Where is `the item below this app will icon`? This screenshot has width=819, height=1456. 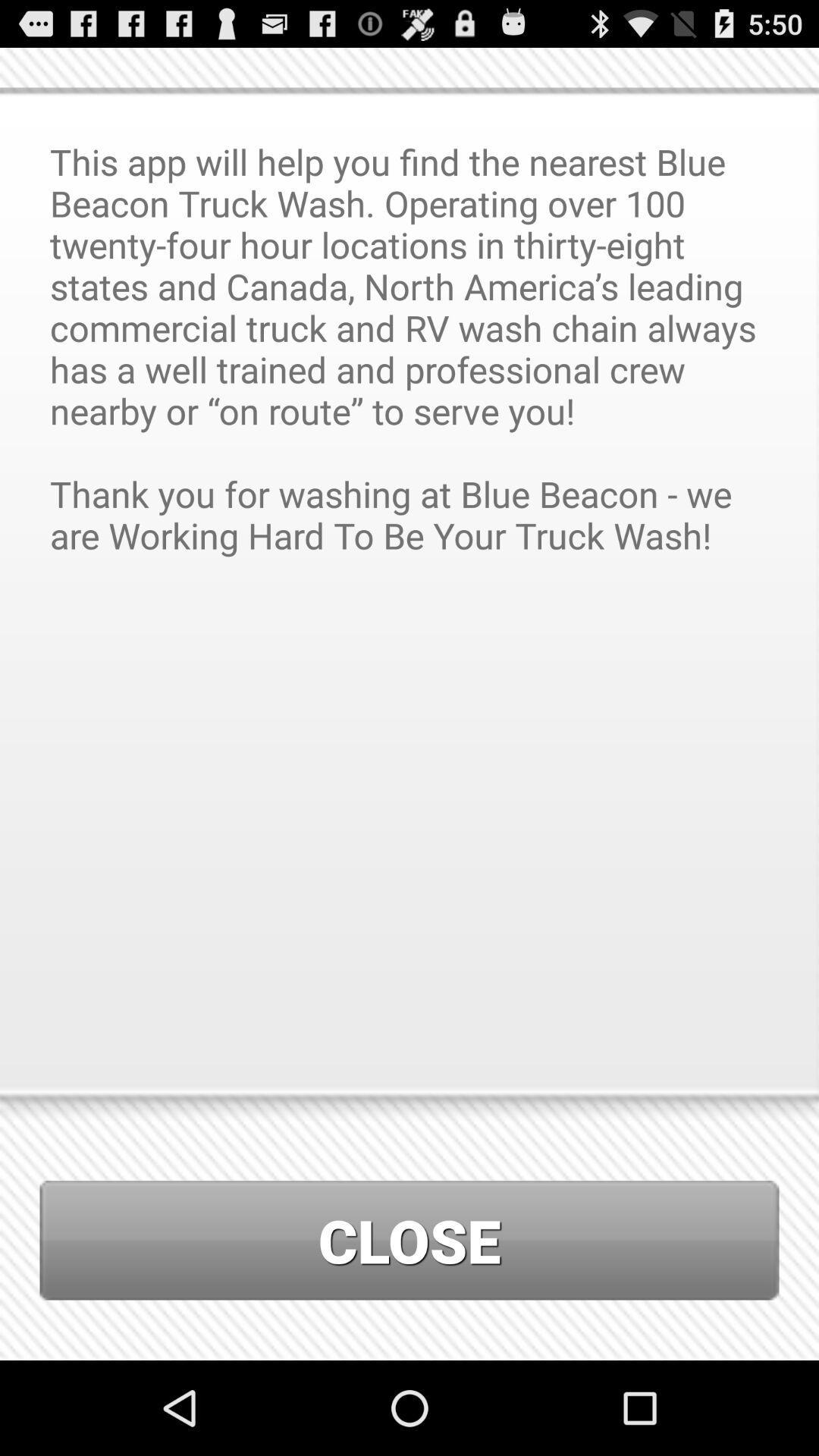 the item below this app will icon is located at coordinates (409, 1240).